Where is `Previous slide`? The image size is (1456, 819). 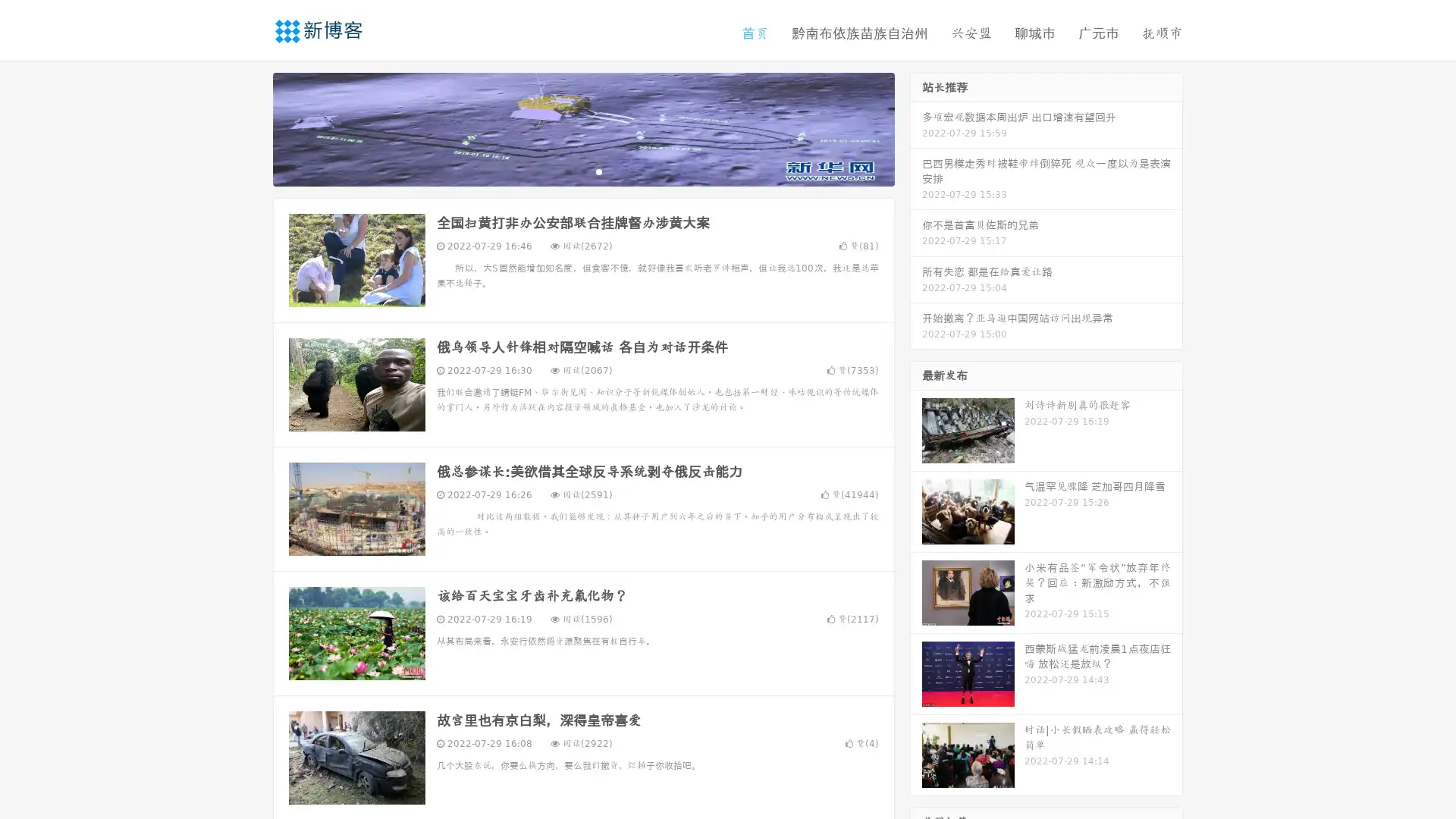 Previous slide is located at coordinates (250, 127).